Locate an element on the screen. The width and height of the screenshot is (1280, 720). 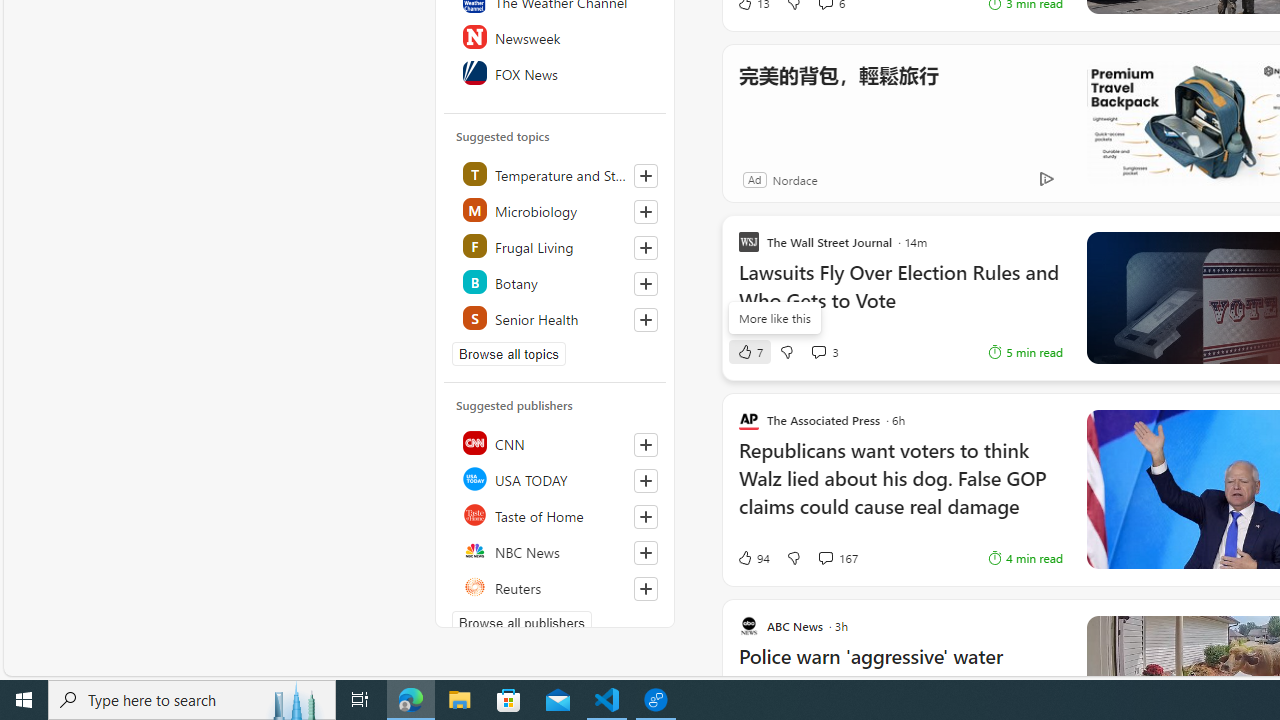
'Follow this source' is located at coordinates (645, 587).